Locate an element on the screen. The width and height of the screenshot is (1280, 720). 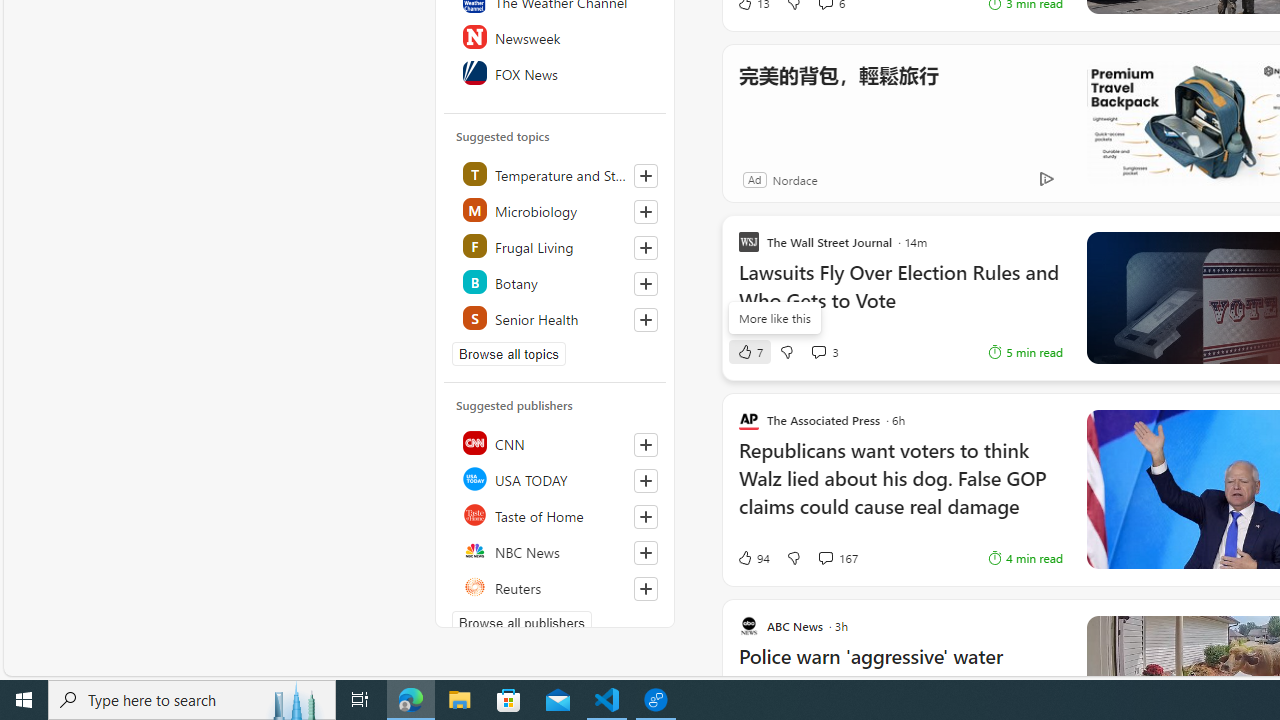
'Follow this source' is located at coordinates (645, 587).